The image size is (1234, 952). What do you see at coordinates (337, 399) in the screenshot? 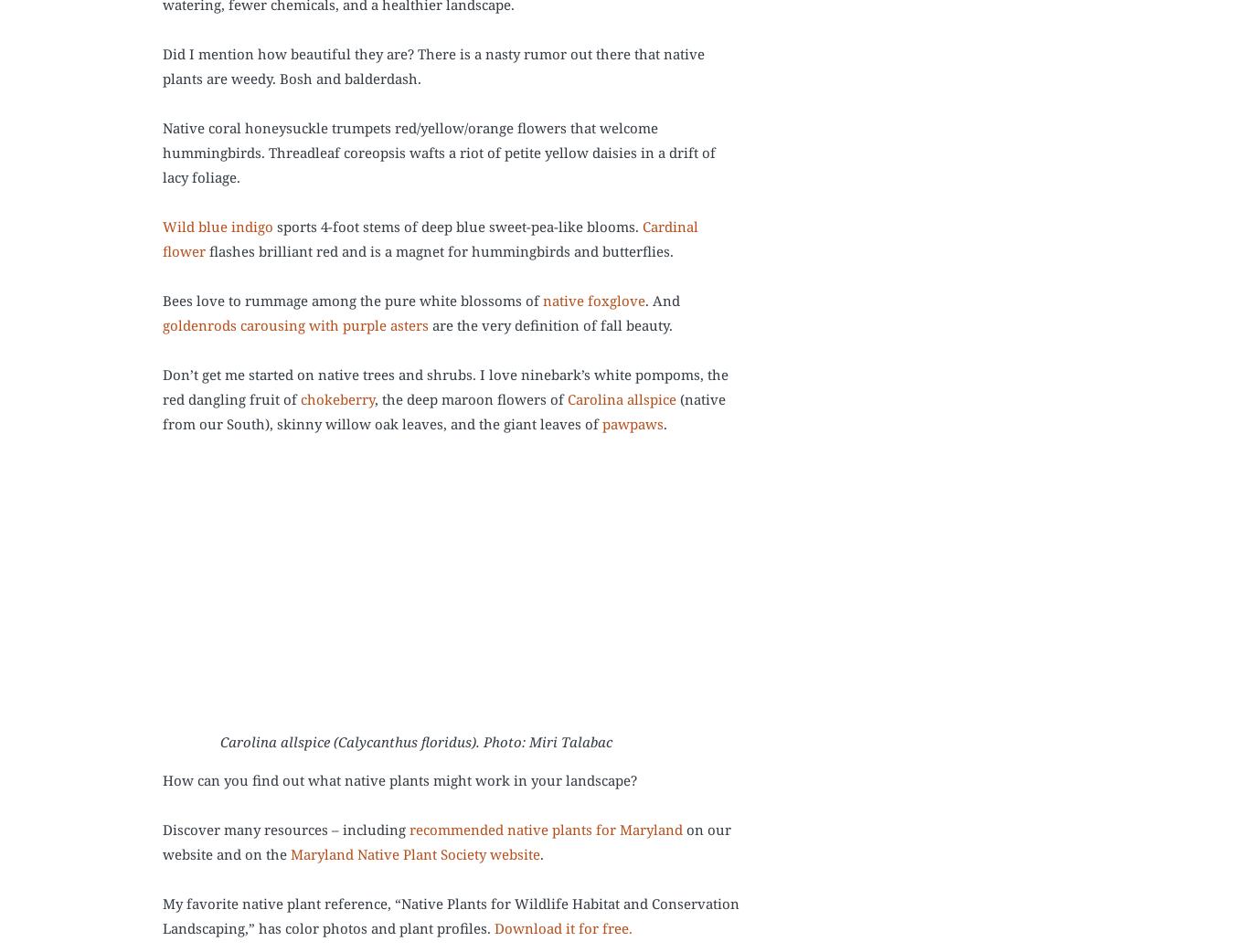
I see `'chokeberry'` at bounding box center [337, 399].